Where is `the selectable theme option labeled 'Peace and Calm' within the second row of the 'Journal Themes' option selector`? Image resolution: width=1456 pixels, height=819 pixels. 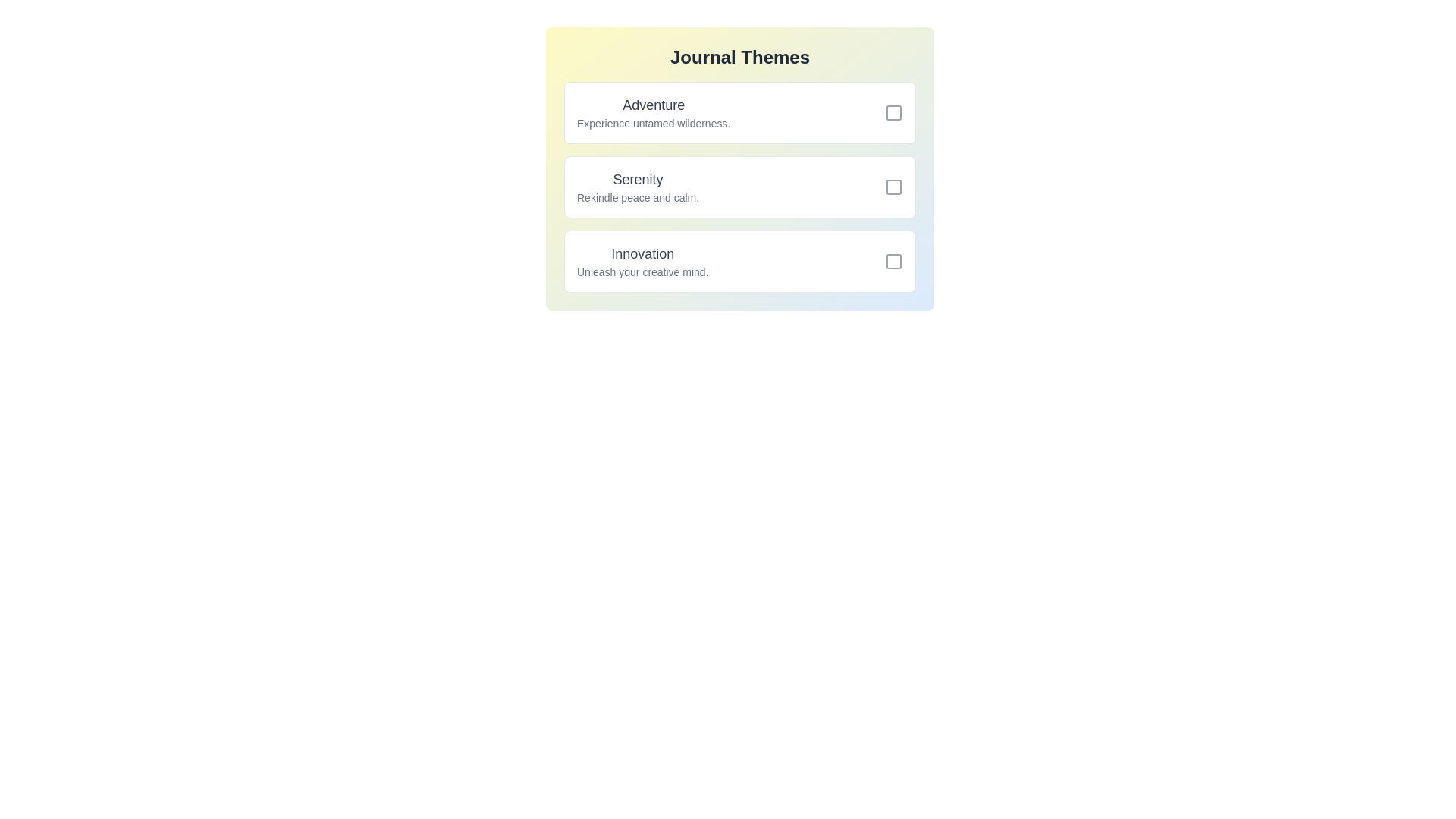 the selectable theme option labeled 'Peace and Calm' within the second row of the 'Journal Themes' option selector is located at coordinates (638, 186).